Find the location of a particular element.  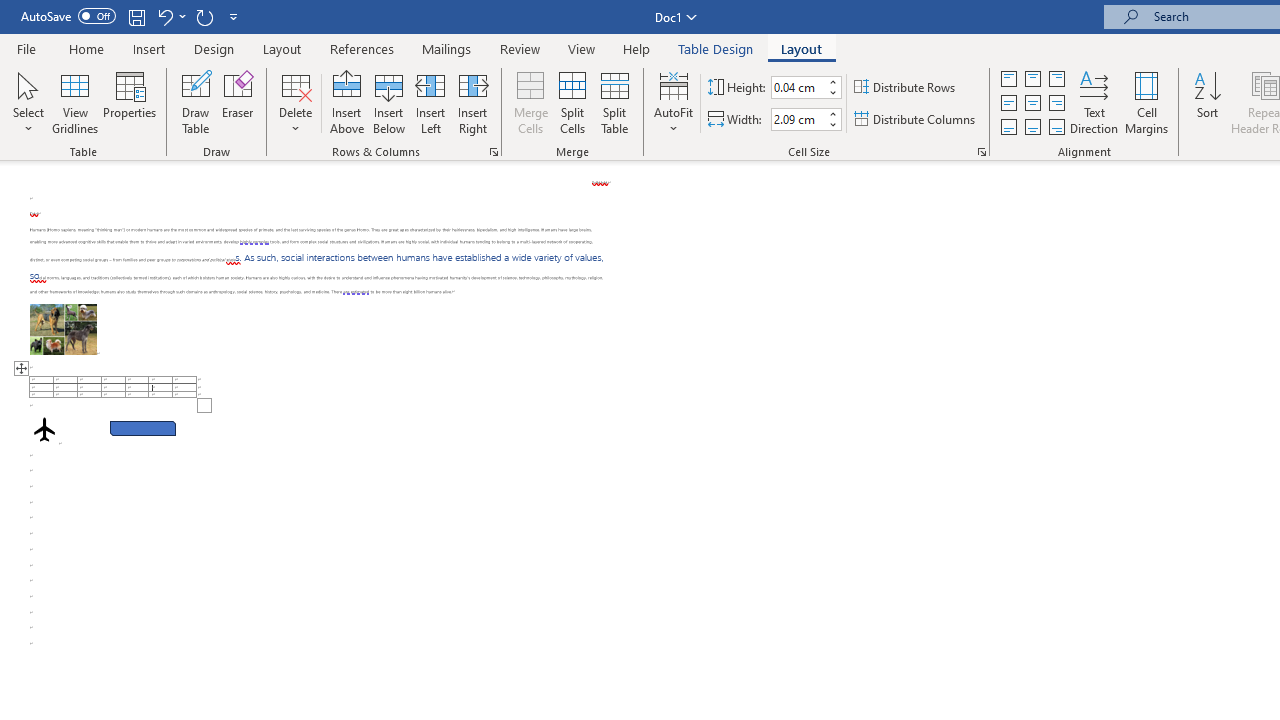

'Insert Right' is located at coordinates (471, 103).